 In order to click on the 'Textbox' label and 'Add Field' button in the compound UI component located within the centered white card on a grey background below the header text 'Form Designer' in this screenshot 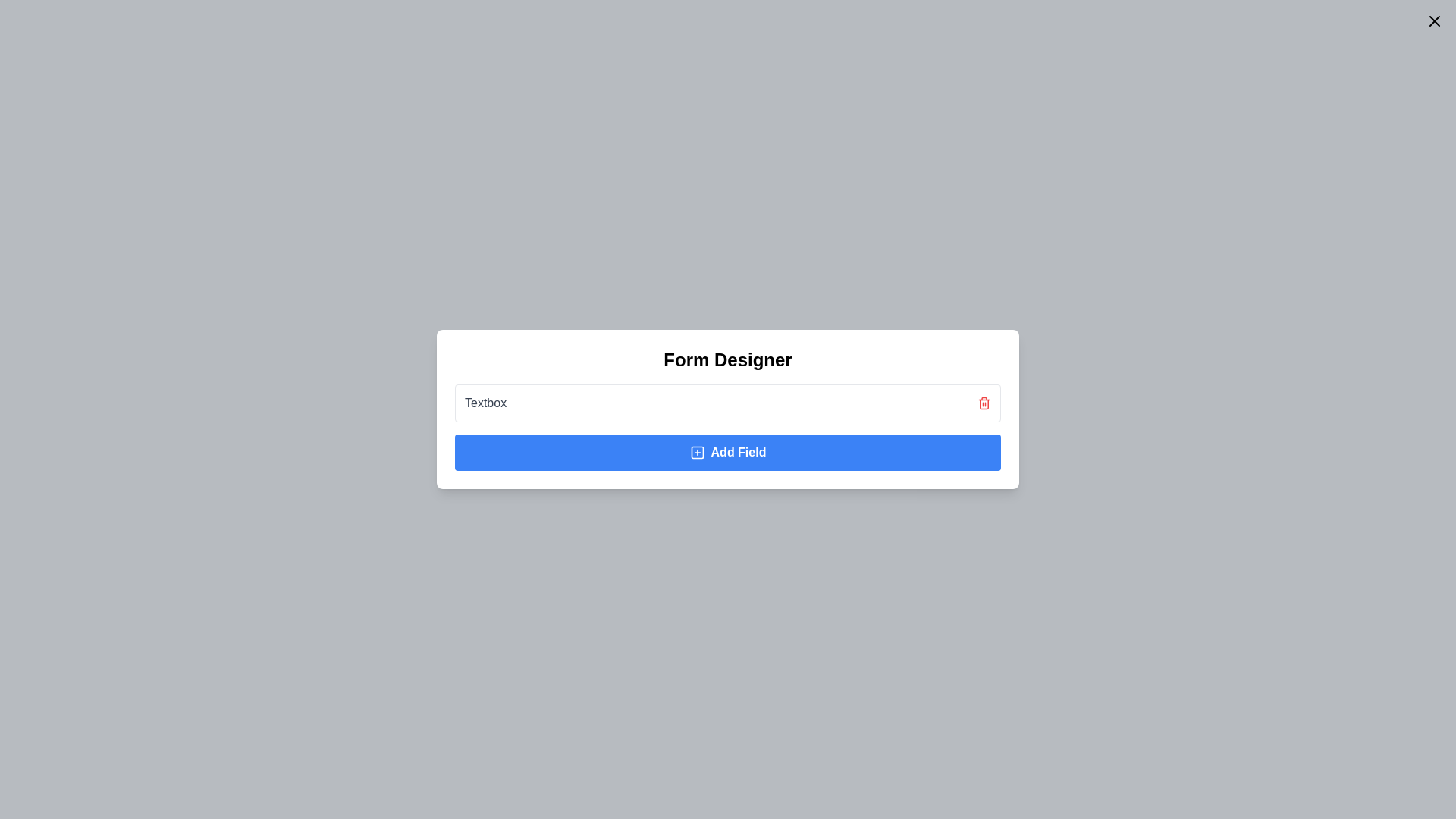, I will do `click(728, 427)`.